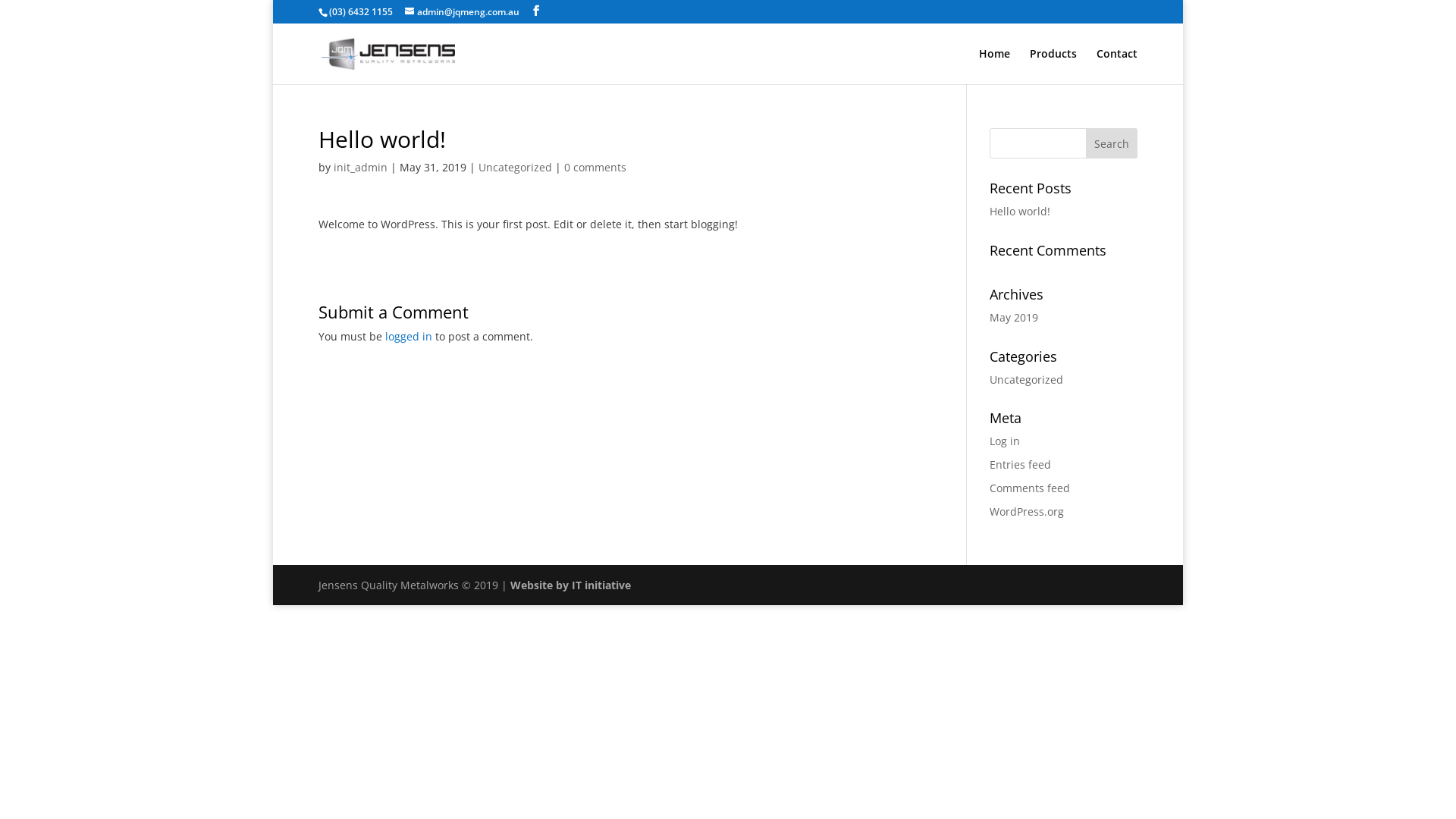 This screenshot has width=1456, height=819. What do you see at coordinates (408, 335) in the screenshot?
I see `'logged in'` at bounding box center [408, 335].